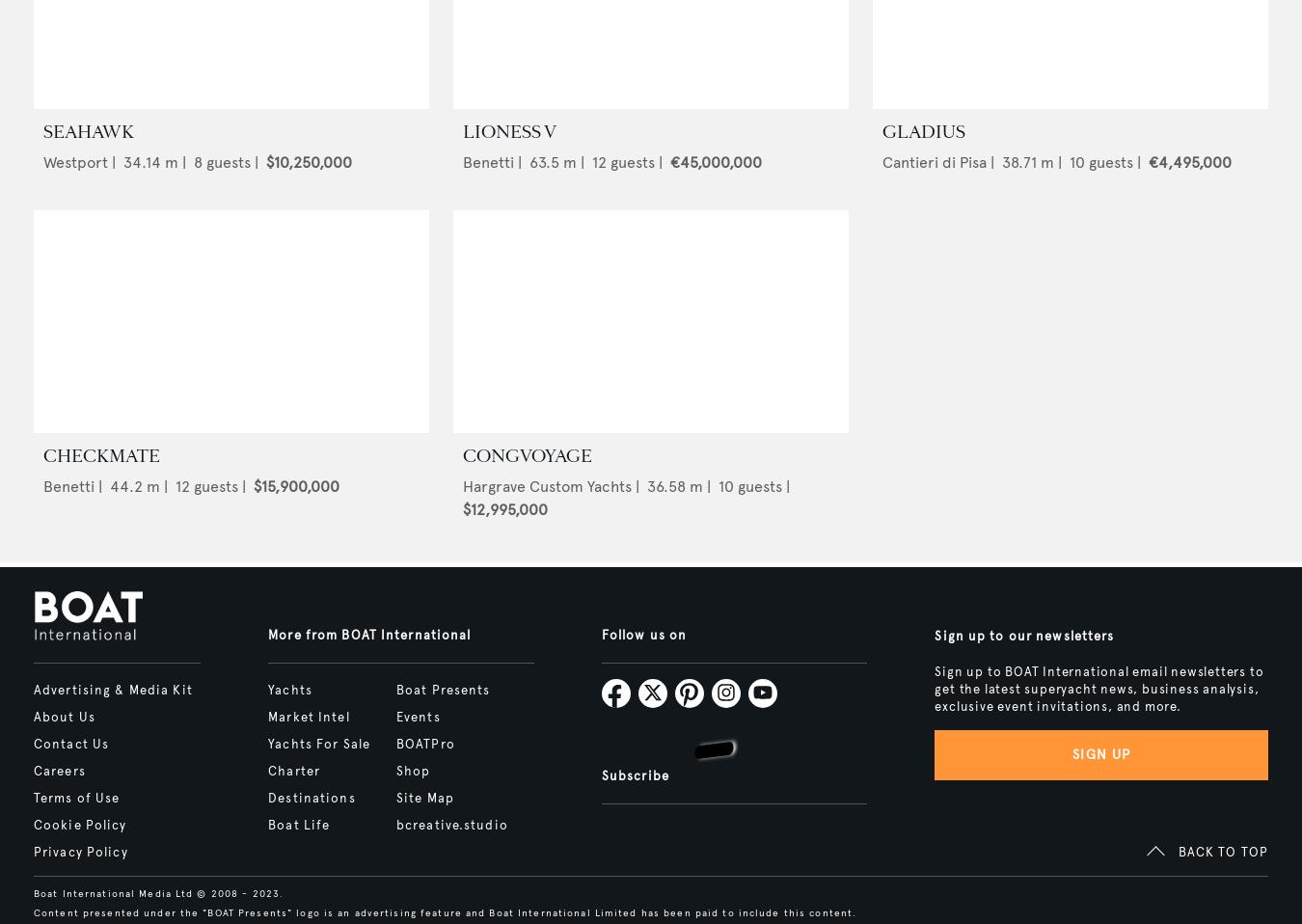  What do you see at coordinates (882, 161) in the screenshot?
I see `'Cantieri di Pisa'` at bounding box center [882, 161].